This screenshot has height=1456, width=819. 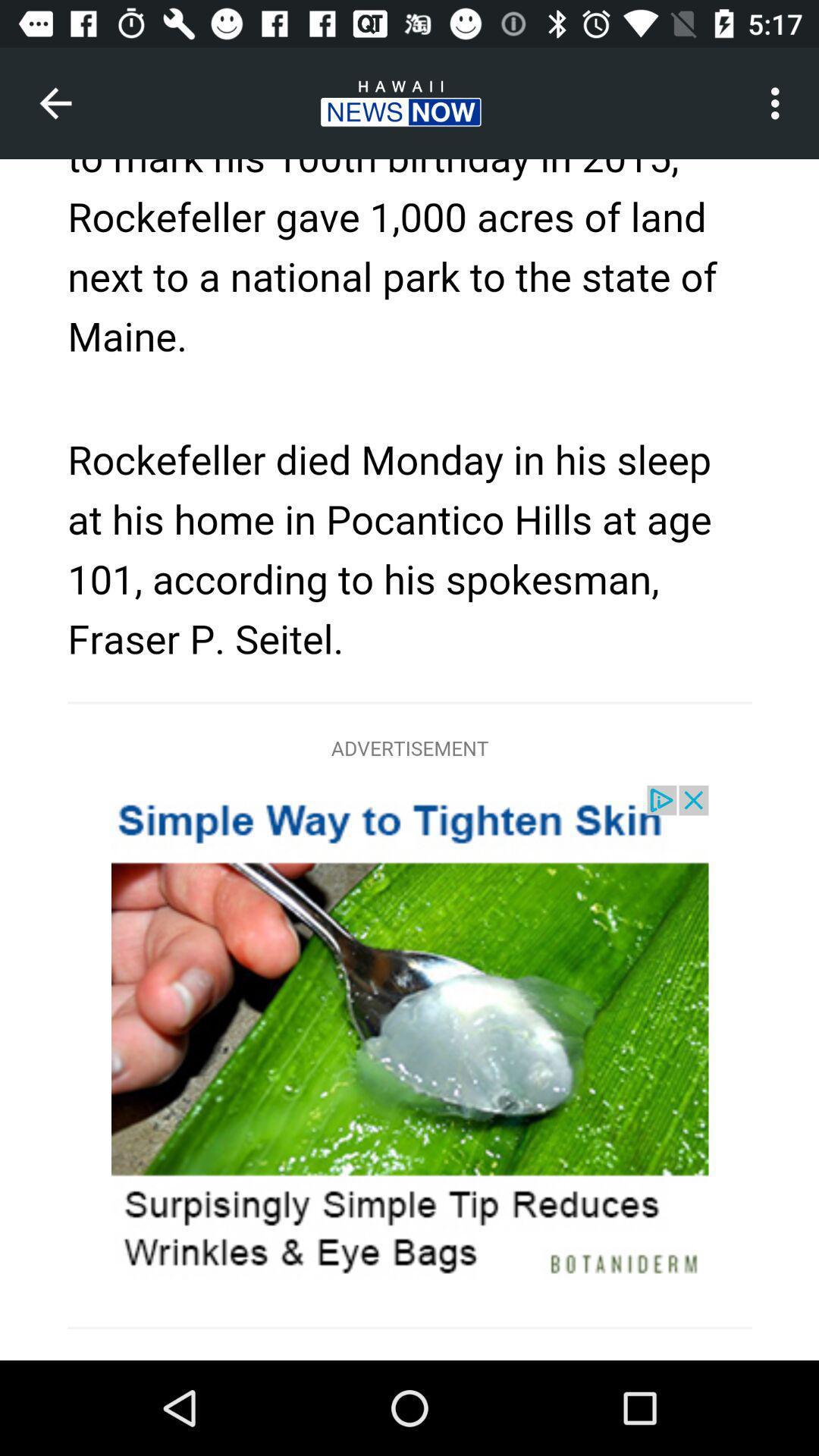 What do you see at coordinates (409, 760) in the screenshot?
I see `adversemend` at bounding box center [409, 760].